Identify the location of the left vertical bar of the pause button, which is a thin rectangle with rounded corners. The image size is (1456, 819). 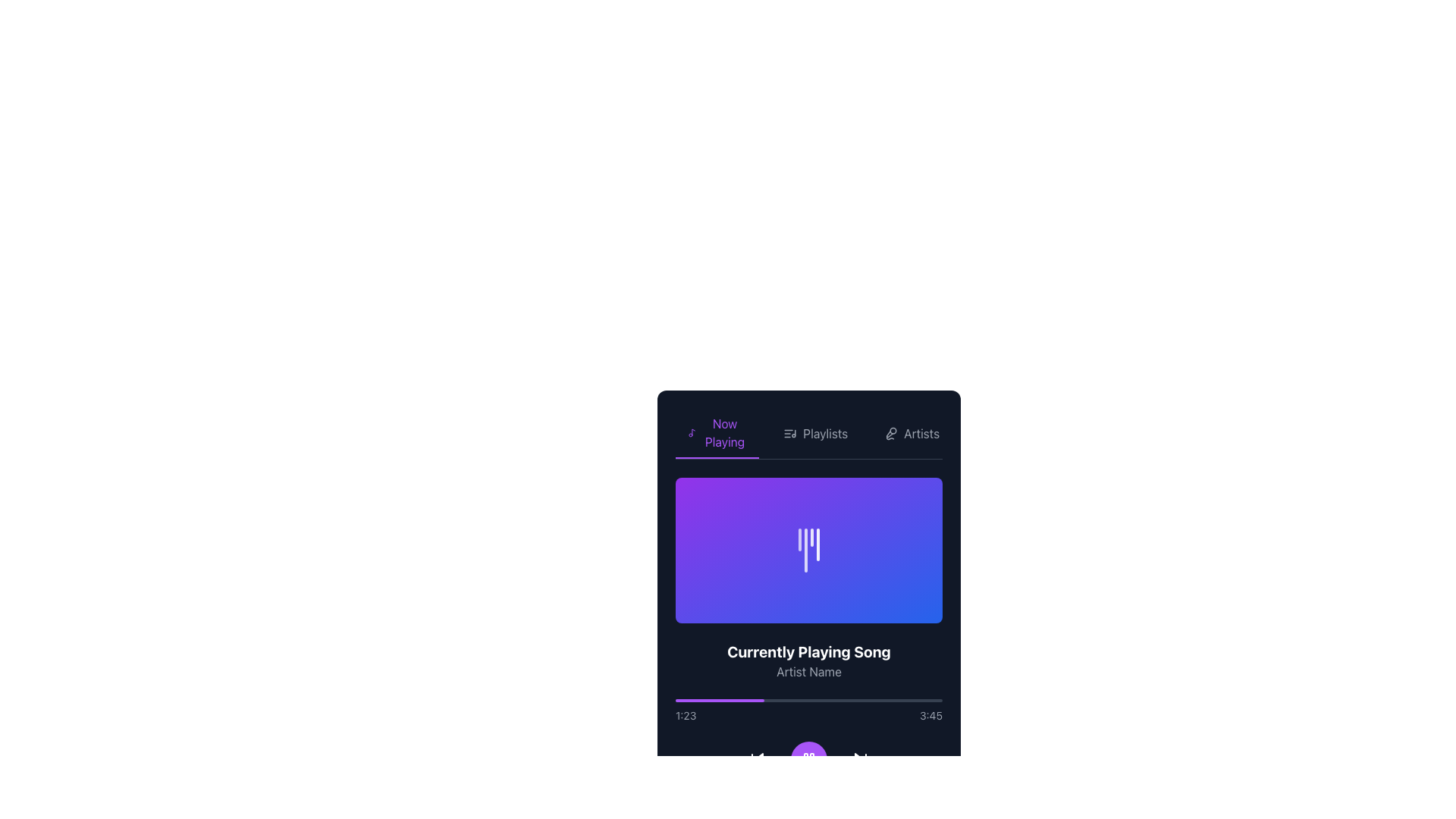
(805, 760).